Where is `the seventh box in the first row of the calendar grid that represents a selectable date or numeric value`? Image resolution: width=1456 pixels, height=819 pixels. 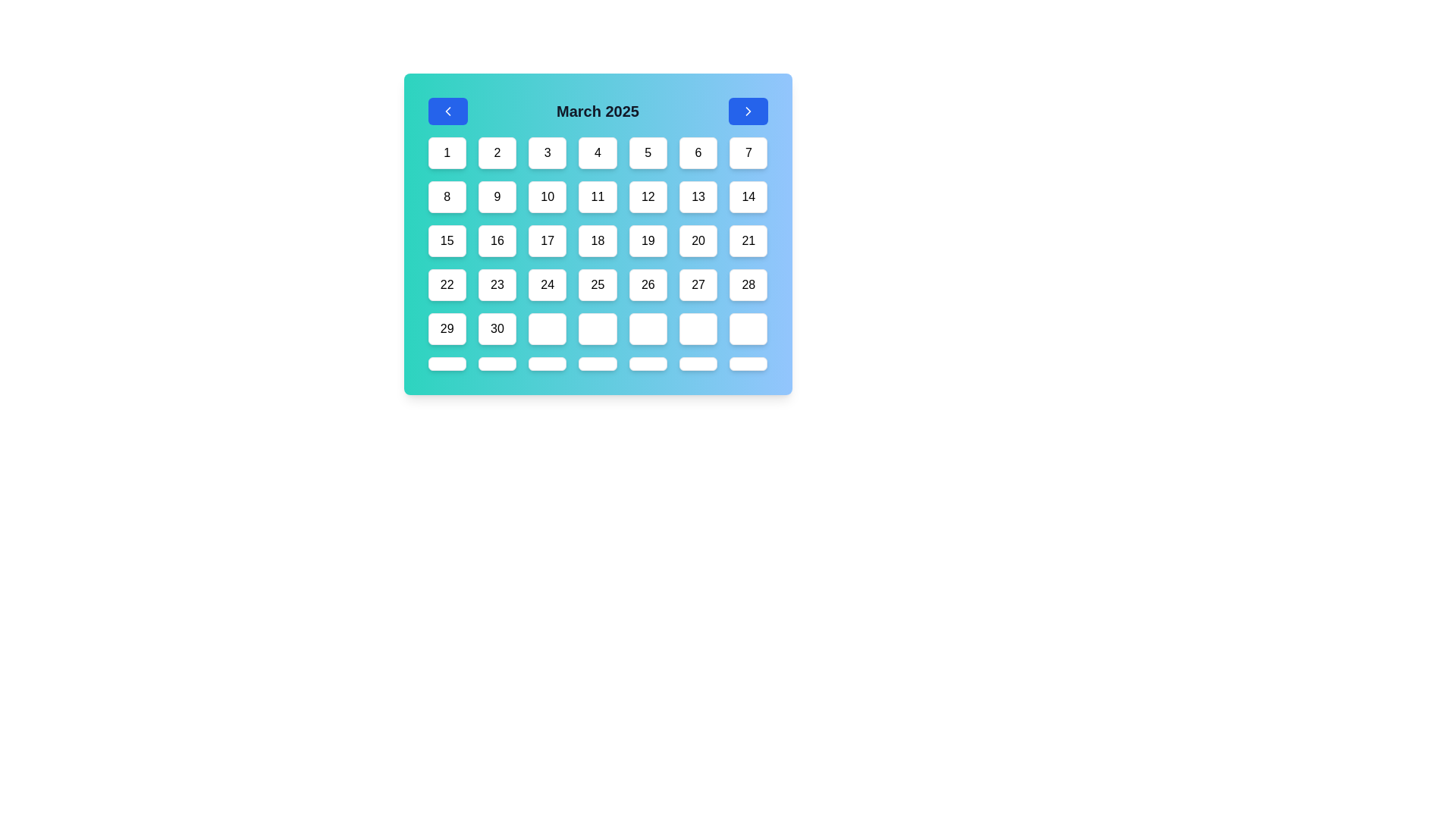
the seventh box in the first row of the calendar grid that represents a selectable date or numeric value is located at coordinates (748, 152).